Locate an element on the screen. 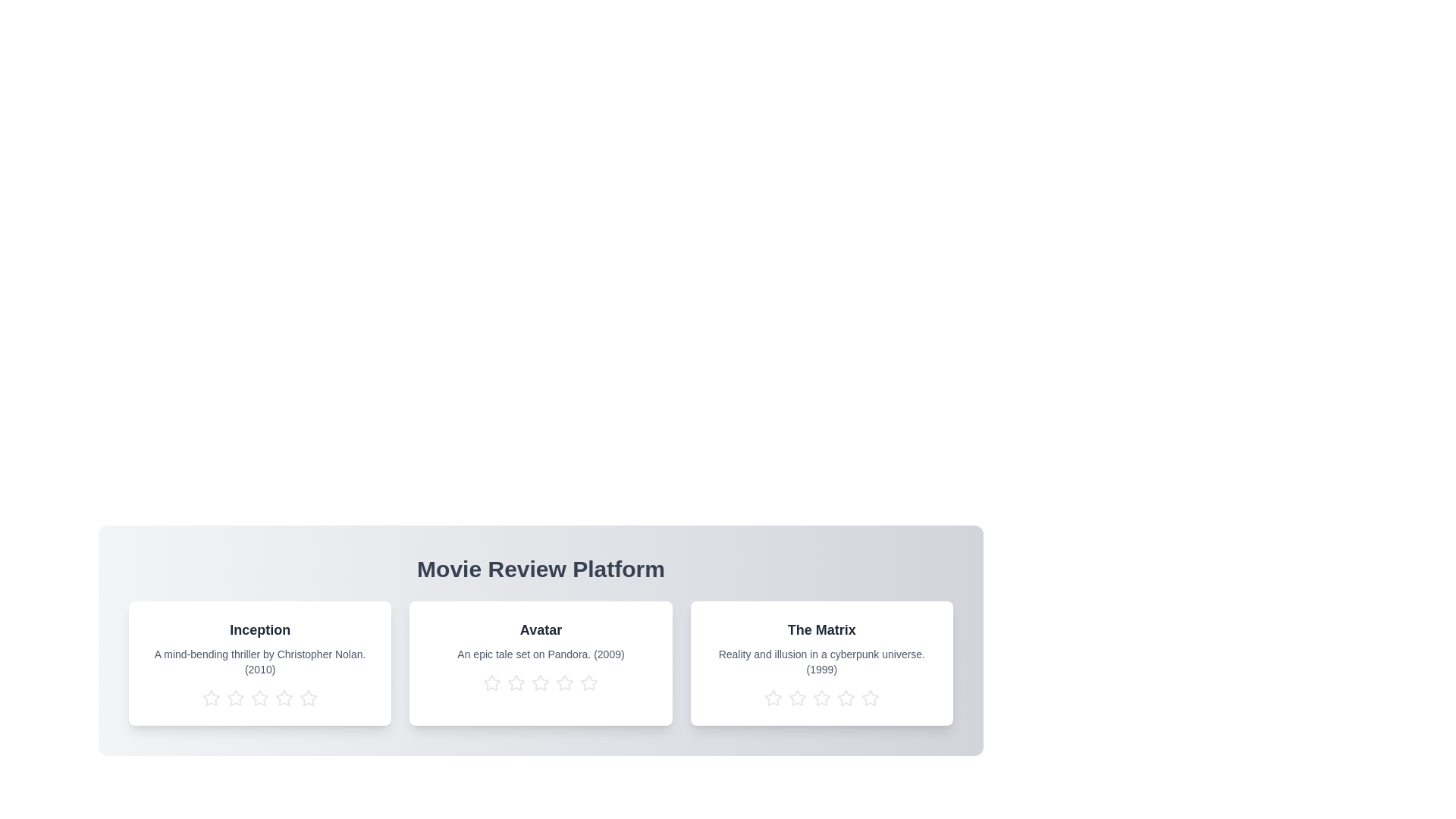  the star corresponding to 3 stars for the movie titled Inception is located at coordinates (259, 698).